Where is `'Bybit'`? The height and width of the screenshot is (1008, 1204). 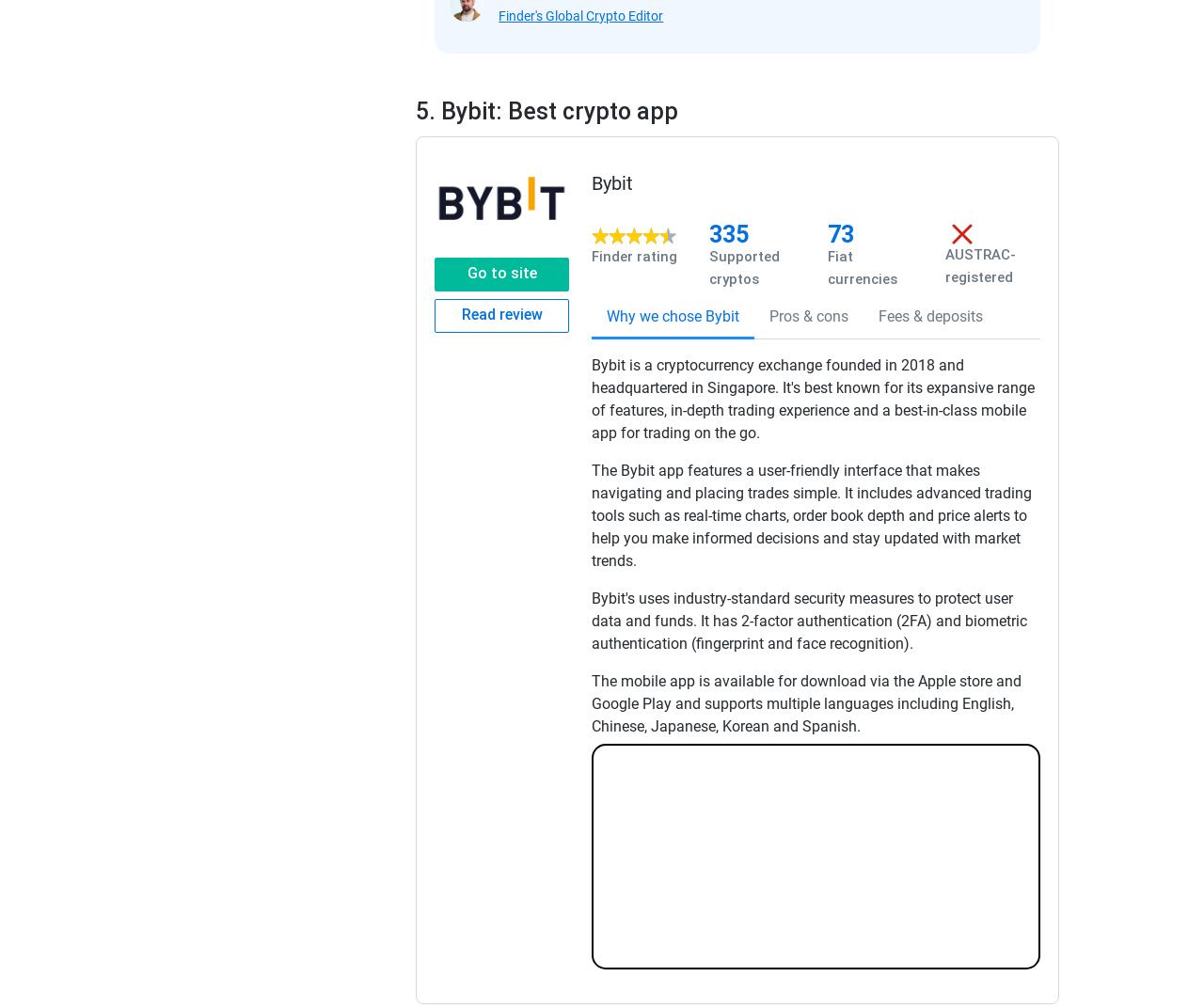 'Bybit' is located at coordinates (612, 181).